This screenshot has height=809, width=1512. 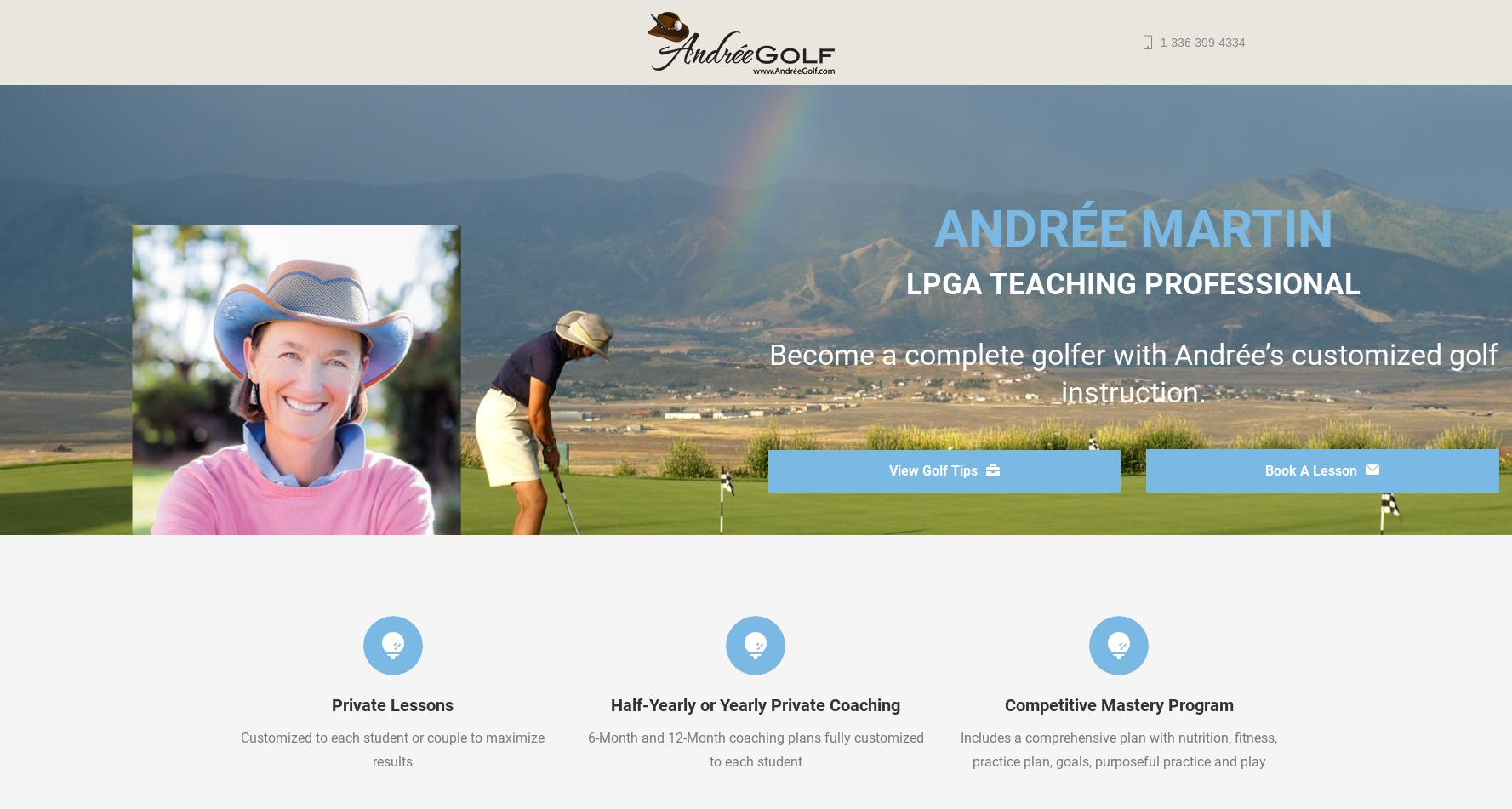 What do you see at coordinates (586, 749) in the screenshot?
I see `'6-Month and 12-Month coaching plans fully customized to each student'` at bounding box center [586, 749].